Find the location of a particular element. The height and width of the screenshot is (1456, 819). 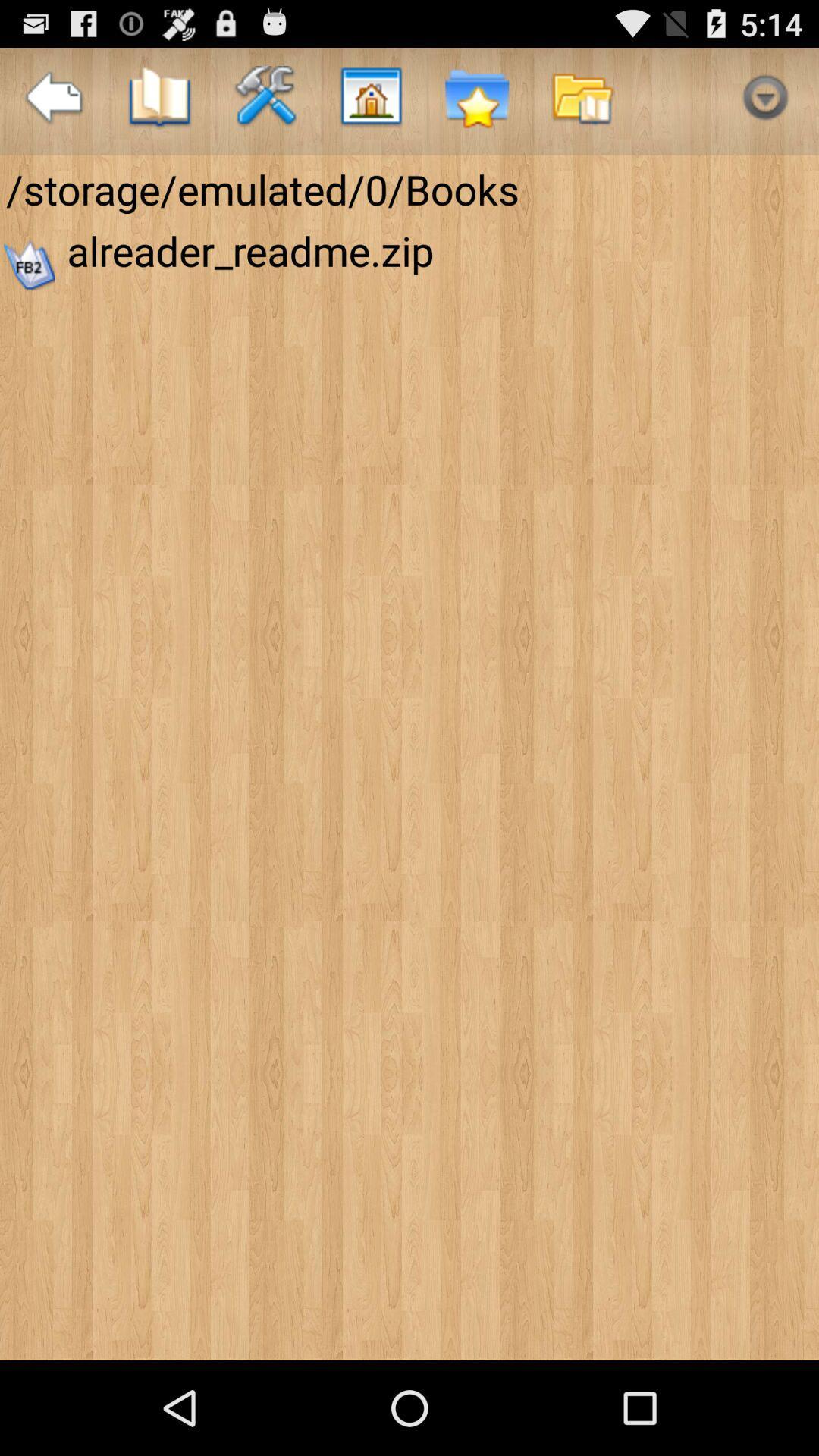

the app above storage emulated 0 is located at coordinates (582, 100).